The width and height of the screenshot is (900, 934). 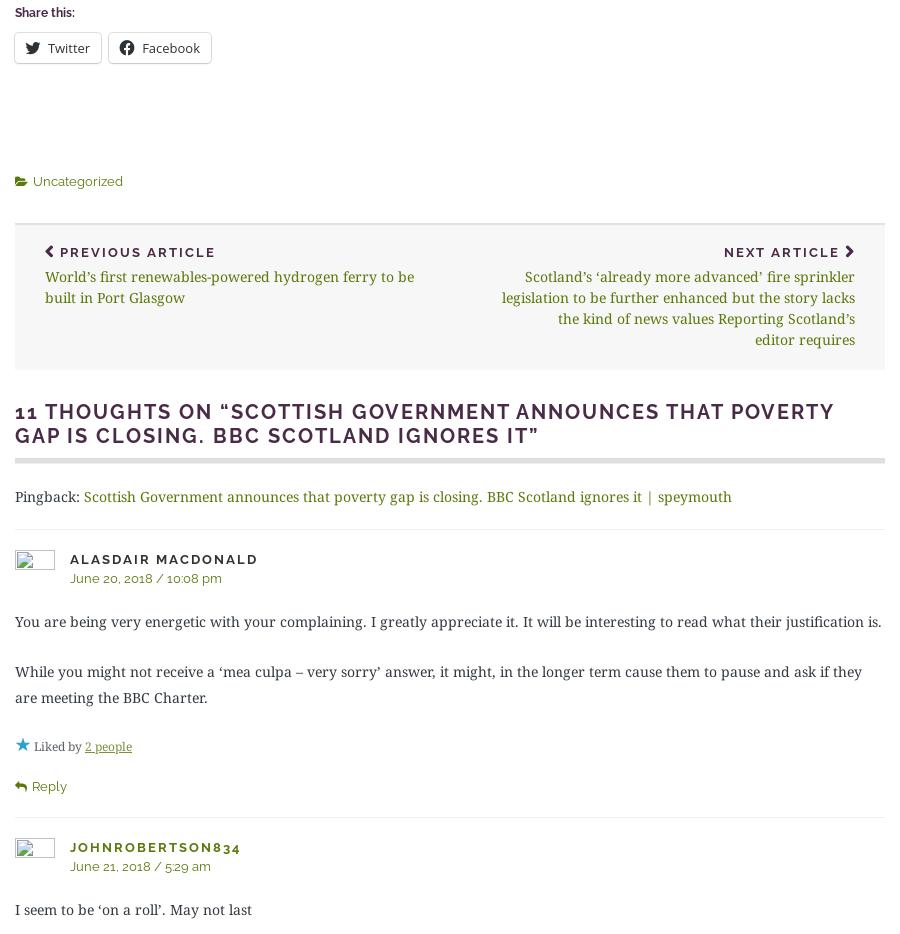 I want to click on 'Alasdair Macdonald', so click(x=163, y=558).